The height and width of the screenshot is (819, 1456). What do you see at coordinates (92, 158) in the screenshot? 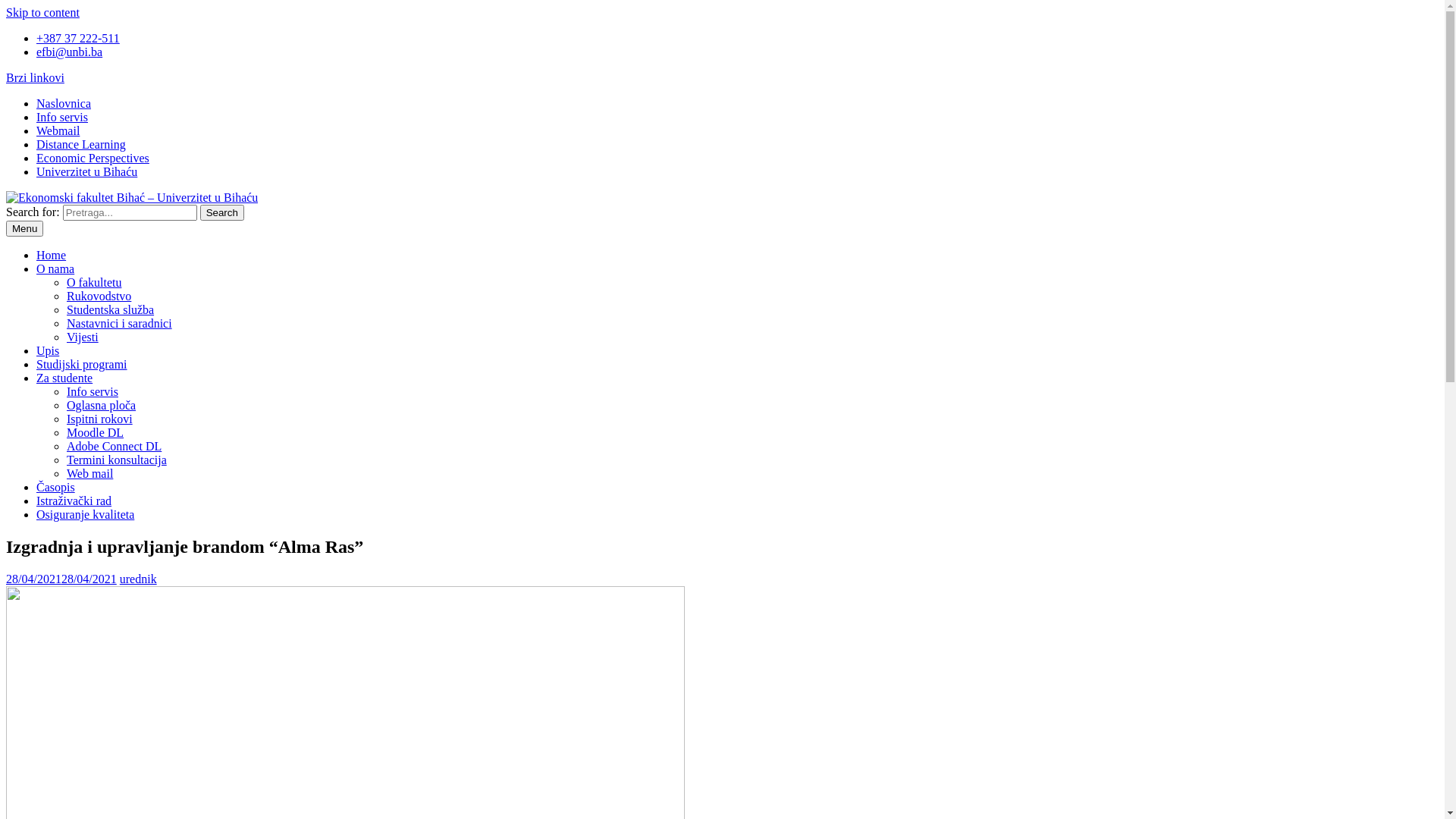
I see `'Economic Perspectives'` at bounding box center [92, 158].